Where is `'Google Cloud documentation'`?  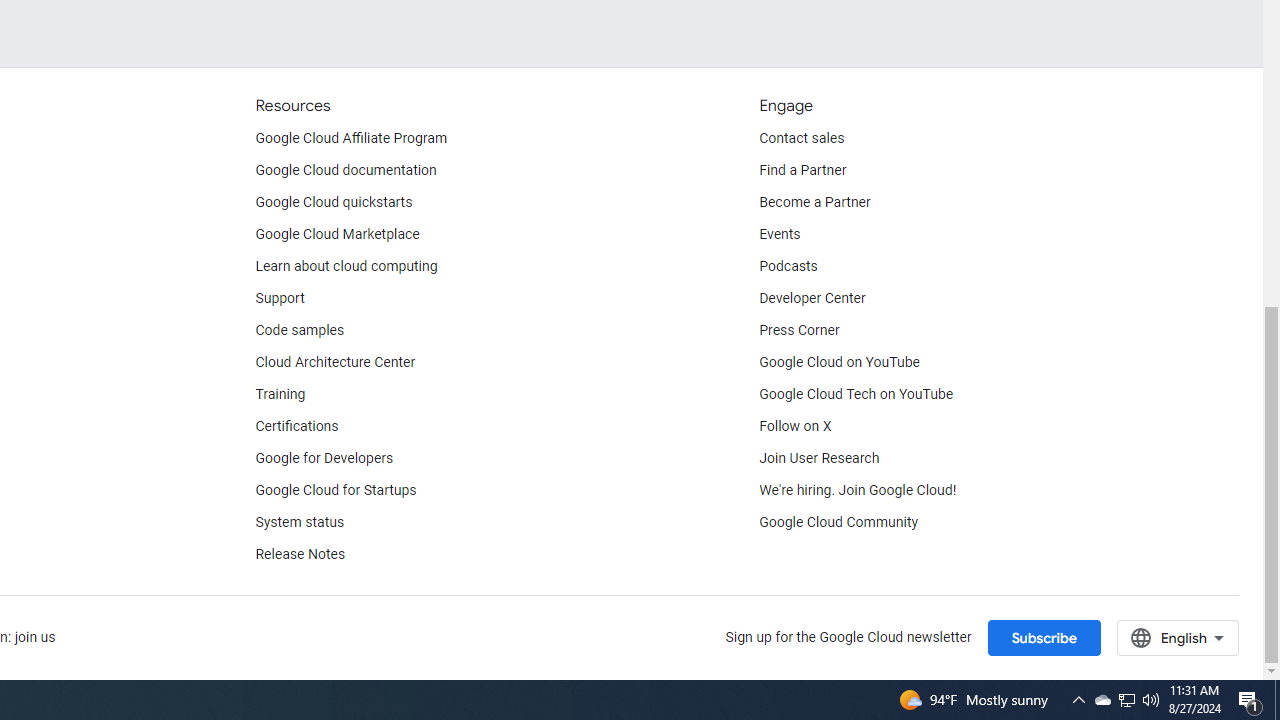
'Google Cloud documentation' is located at coordinates (345, 170).